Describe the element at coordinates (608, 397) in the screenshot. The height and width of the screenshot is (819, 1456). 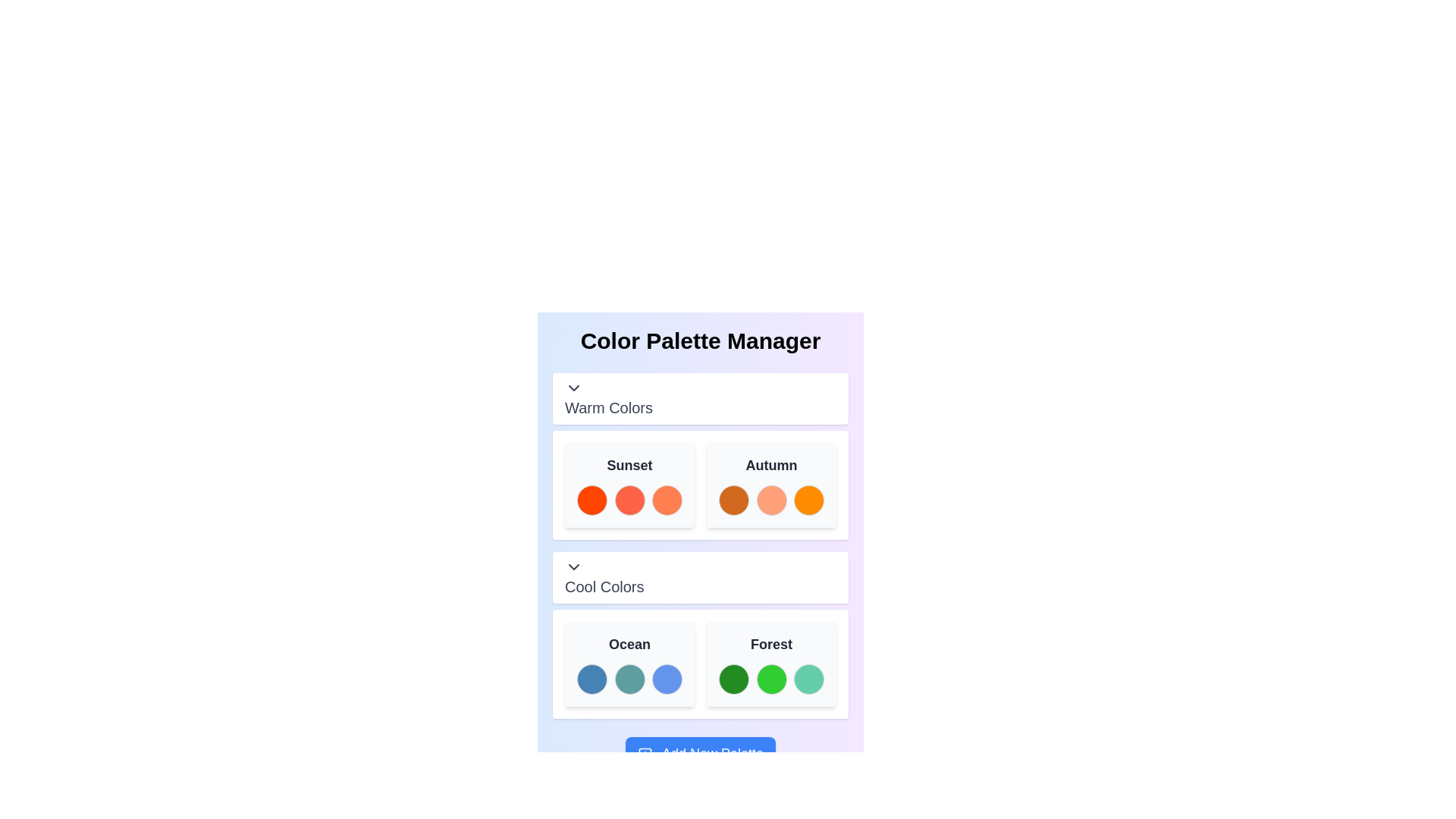
I see `the 'Warm Colors' text label which indicates the name of the active category or section` at that location.